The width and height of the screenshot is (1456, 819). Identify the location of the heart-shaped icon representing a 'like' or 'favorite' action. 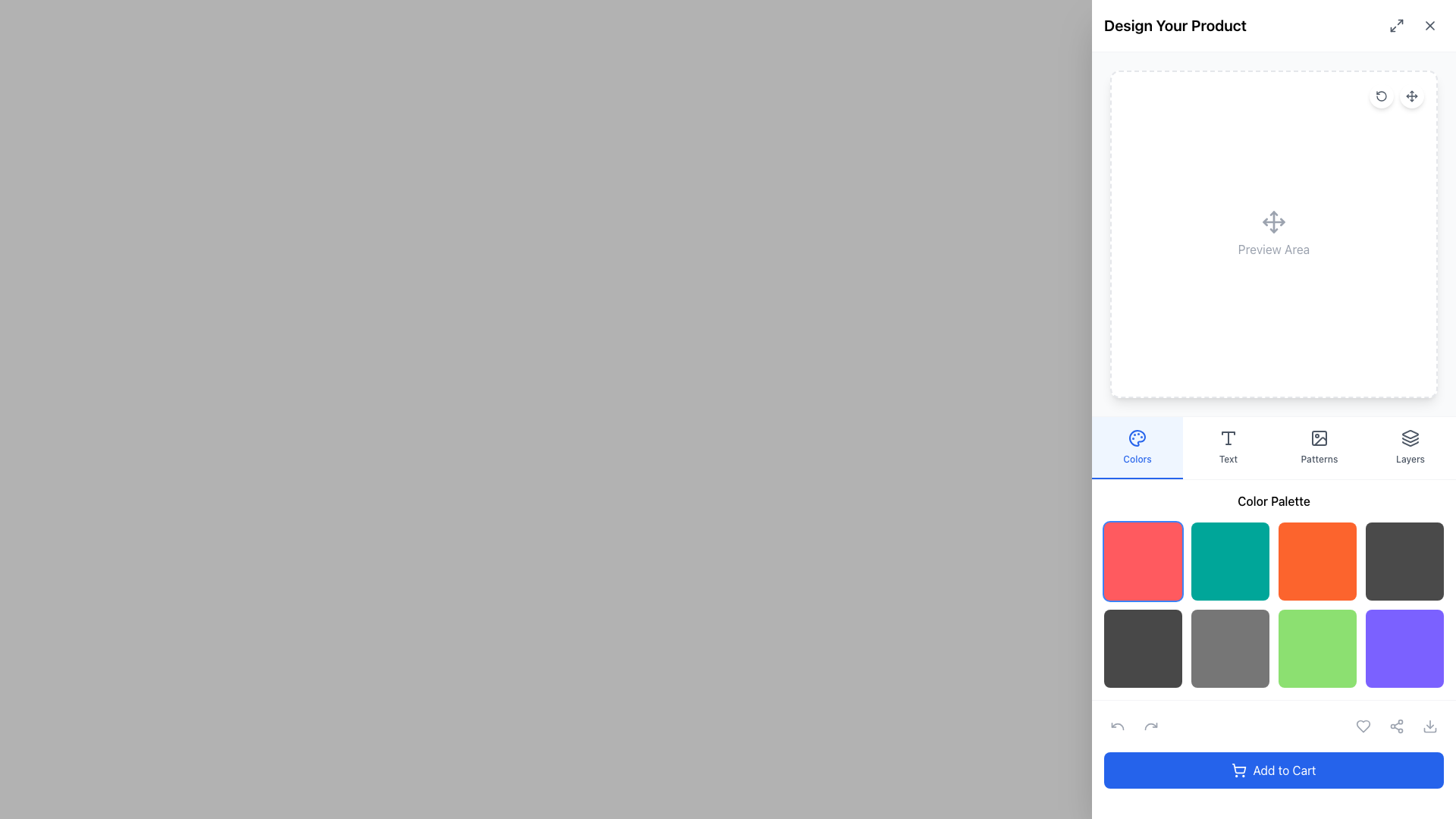
(1363, 725).